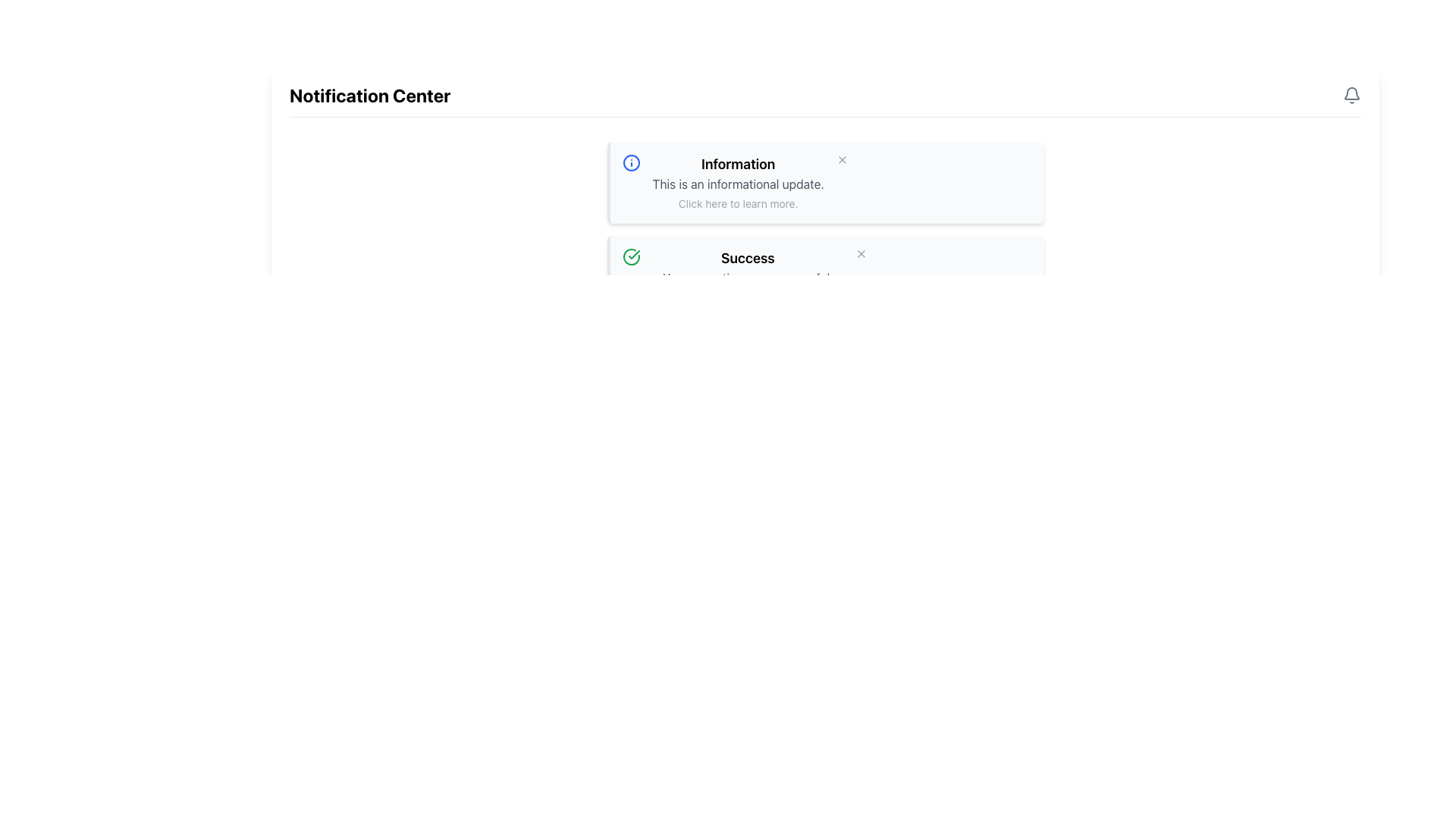 This screenshot has width=1456, height=819. I want to click on the 'Click here to learn more.' text within the Notification Block that has the headline 'Information' and subline 'This is an informational update.', so click(738, 181).